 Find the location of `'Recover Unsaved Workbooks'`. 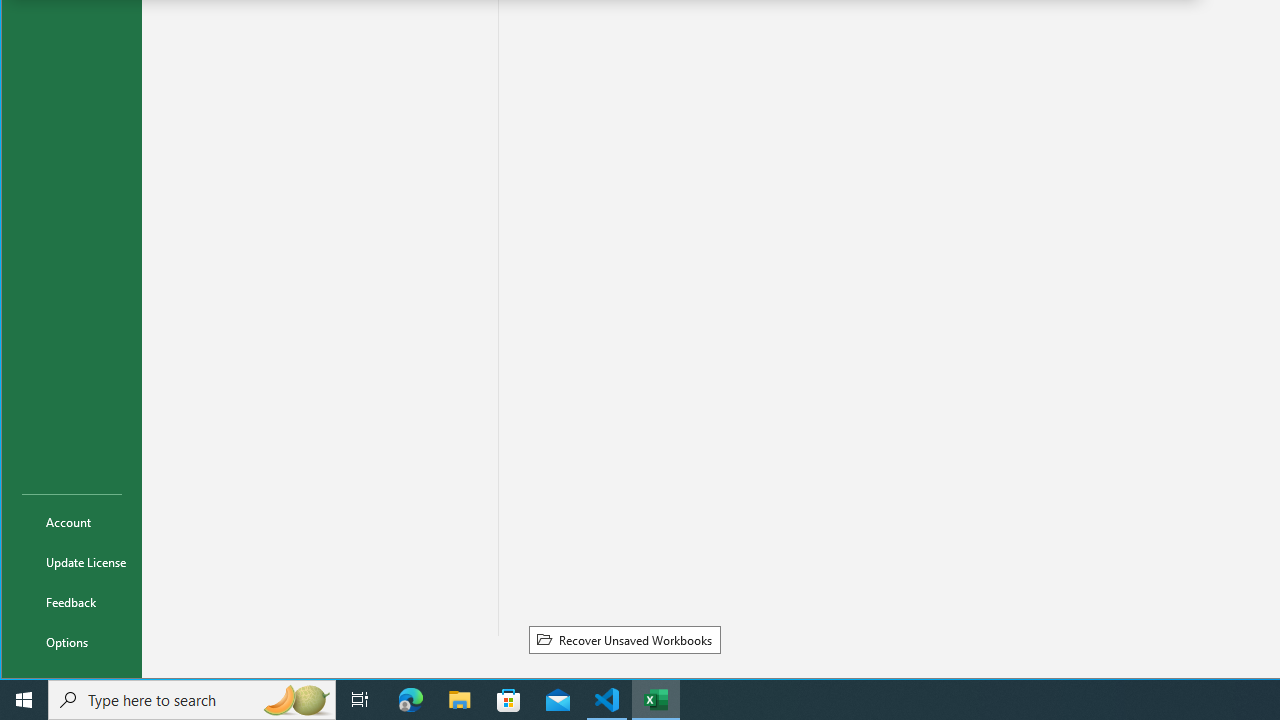

'Recover Unsaved Workbooks' is located at coordinates (623, 639).